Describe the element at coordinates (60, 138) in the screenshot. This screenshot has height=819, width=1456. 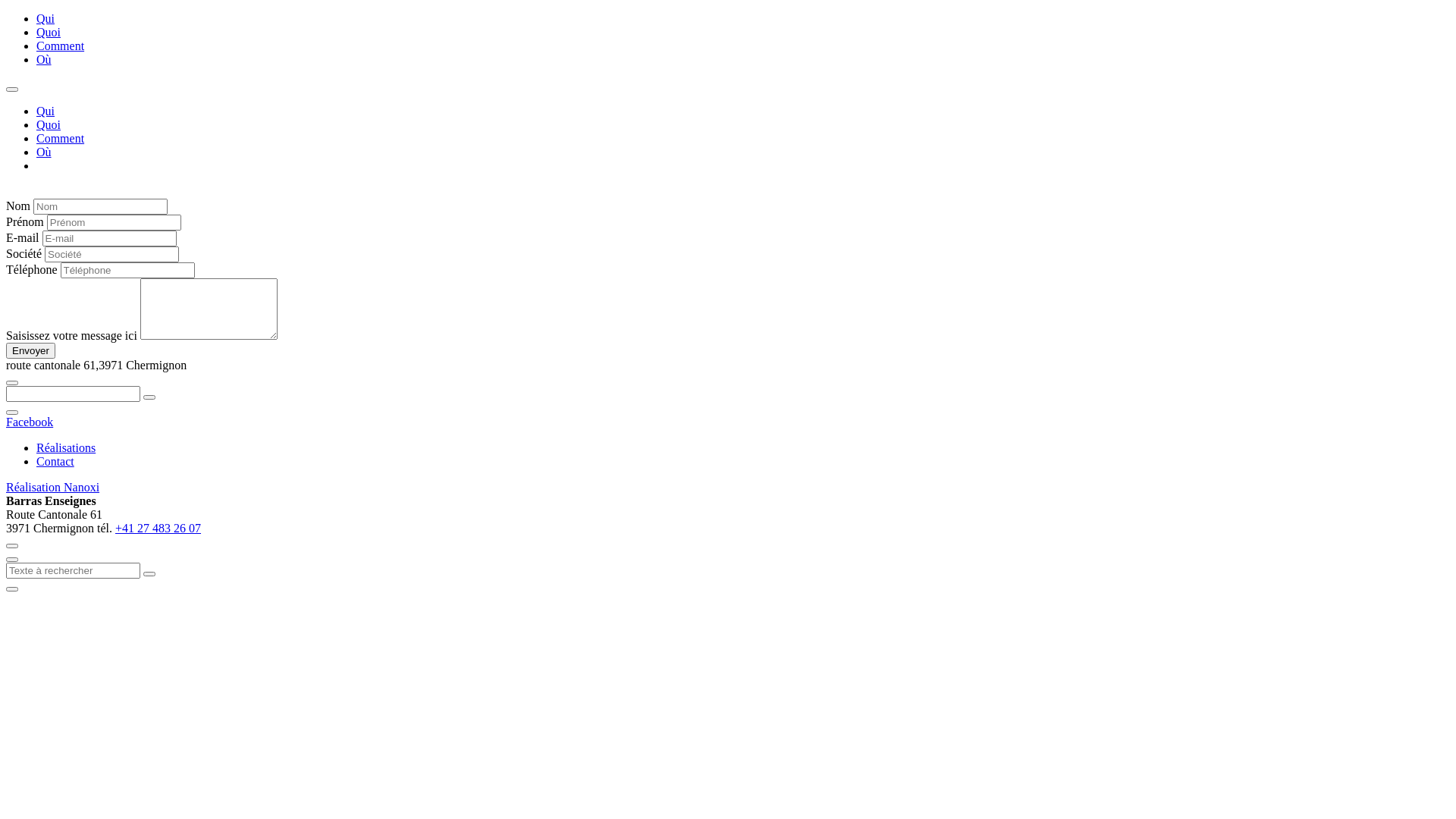
I see `'Comment'` at that location.